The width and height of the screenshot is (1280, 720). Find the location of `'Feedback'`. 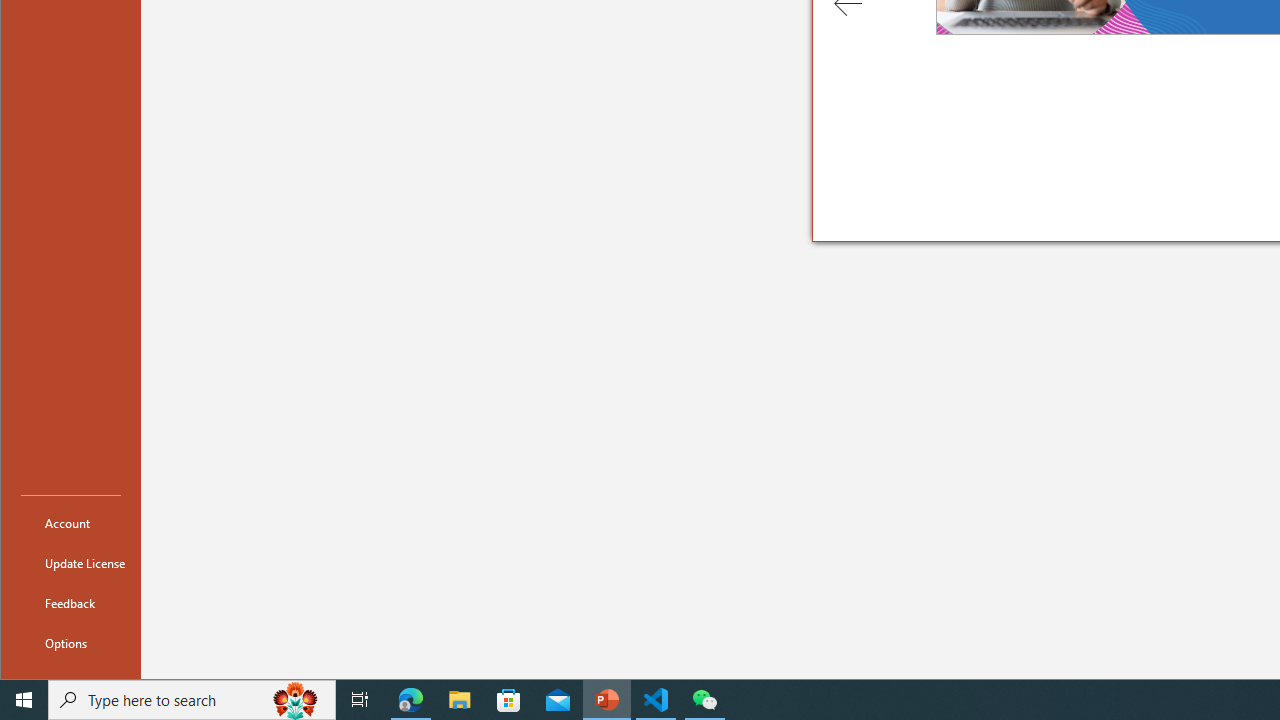

'Feedback' is located at coordinates (71, 602).